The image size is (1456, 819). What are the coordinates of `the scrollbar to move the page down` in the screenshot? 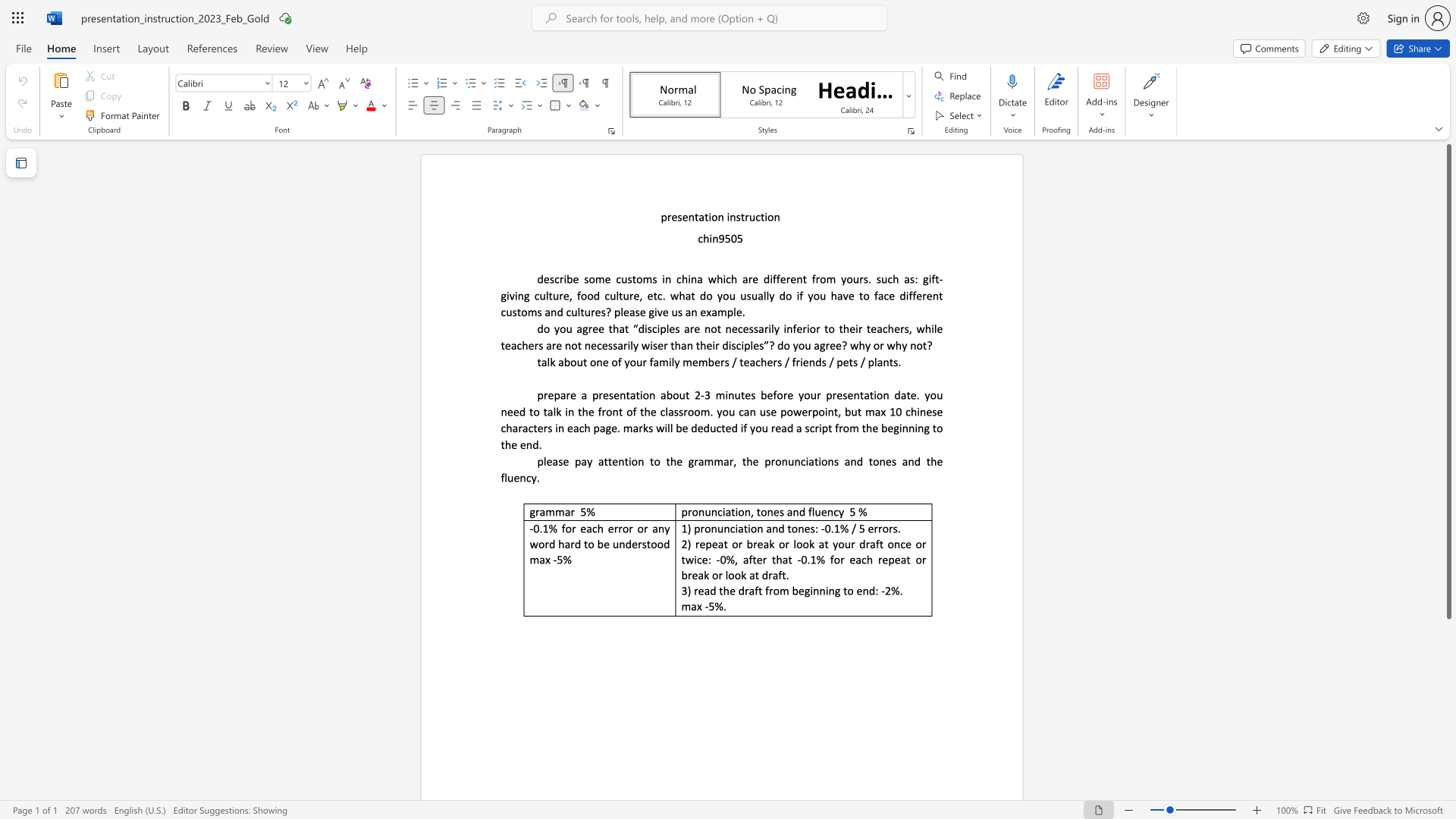 It's located at (1448, 713).